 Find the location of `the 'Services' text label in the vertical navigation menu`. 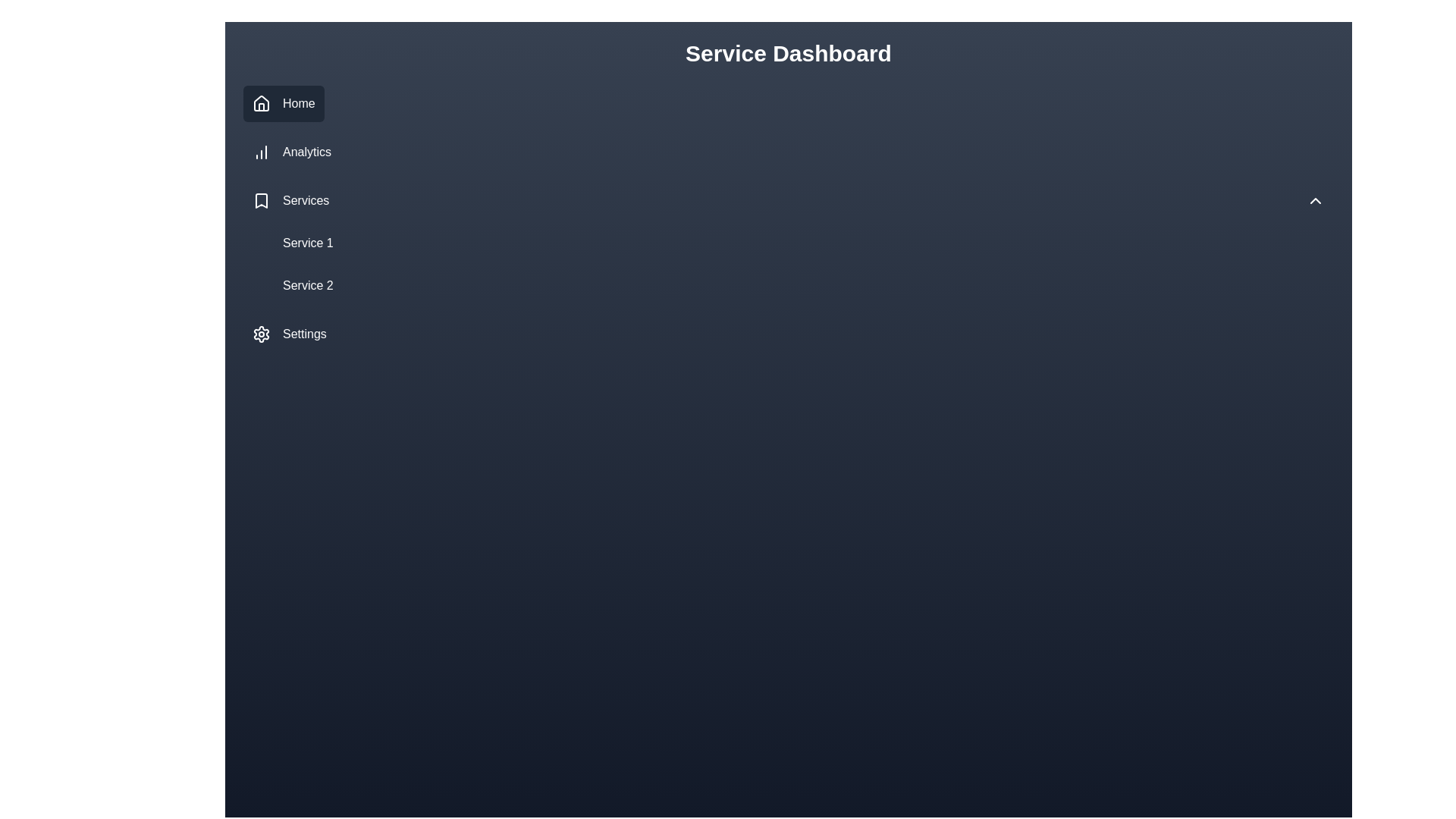

the 'Services' text label in the vertical navigation menu is located at coordinates (290, 200).